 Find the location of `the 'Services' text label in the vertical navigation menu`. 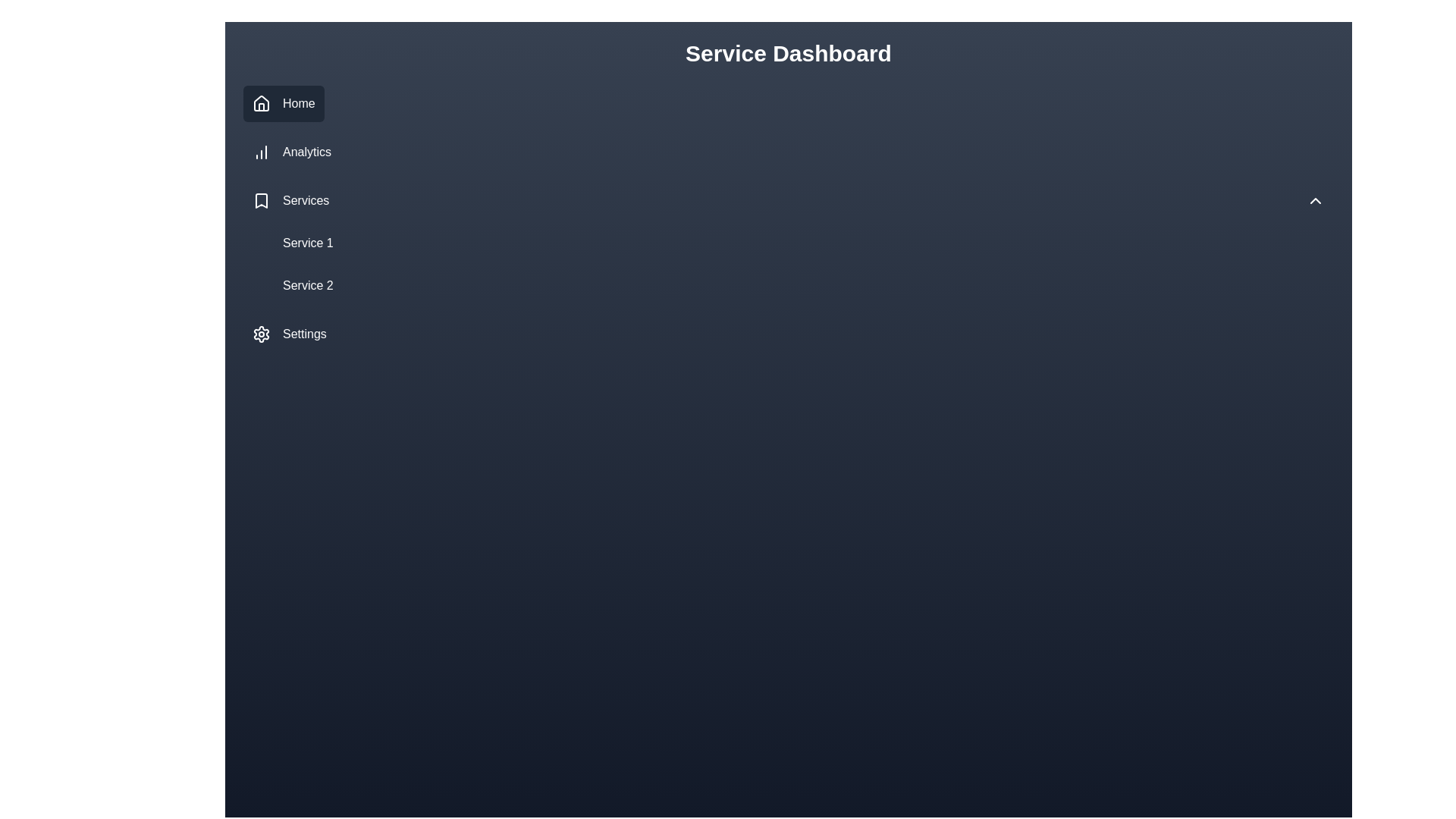

the 'Services' text label in the vertical navigation menu is located at coordinates (290, 200).